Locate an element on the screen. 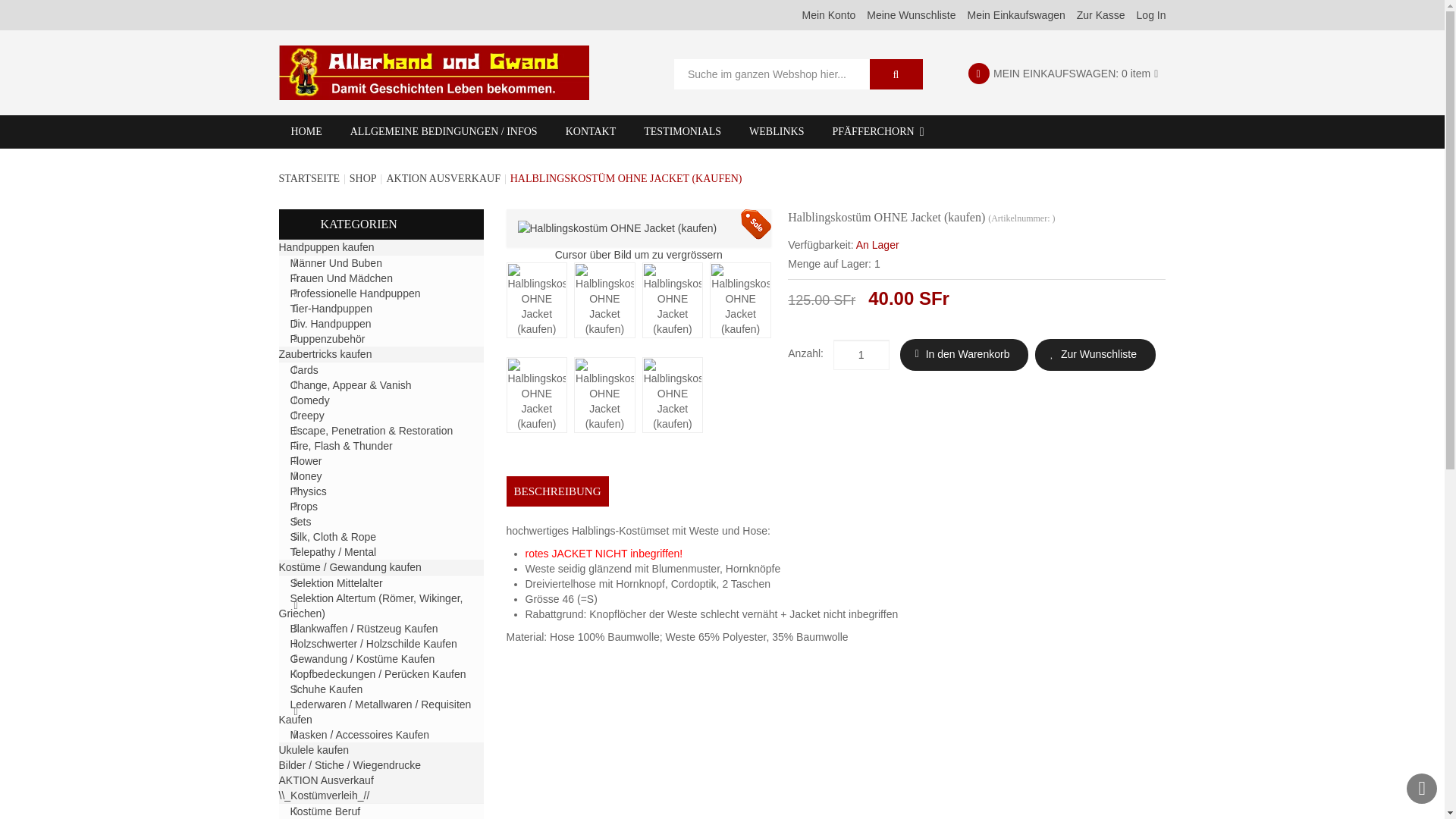  'Div. Handpuppen' is located at coordinates (329, 323).